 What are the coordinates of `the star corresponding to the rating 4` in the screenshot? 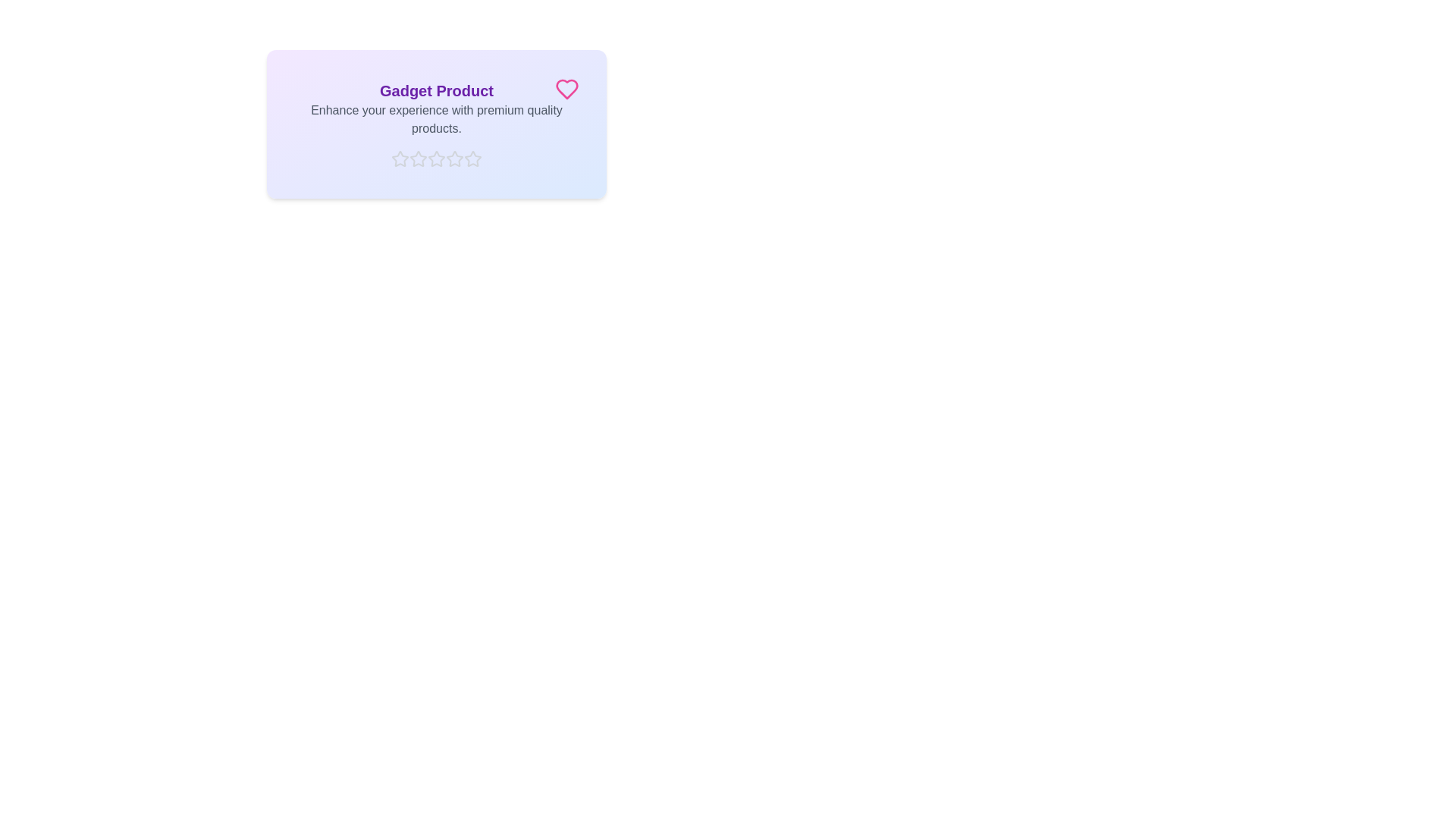 It's located at (454, 158).